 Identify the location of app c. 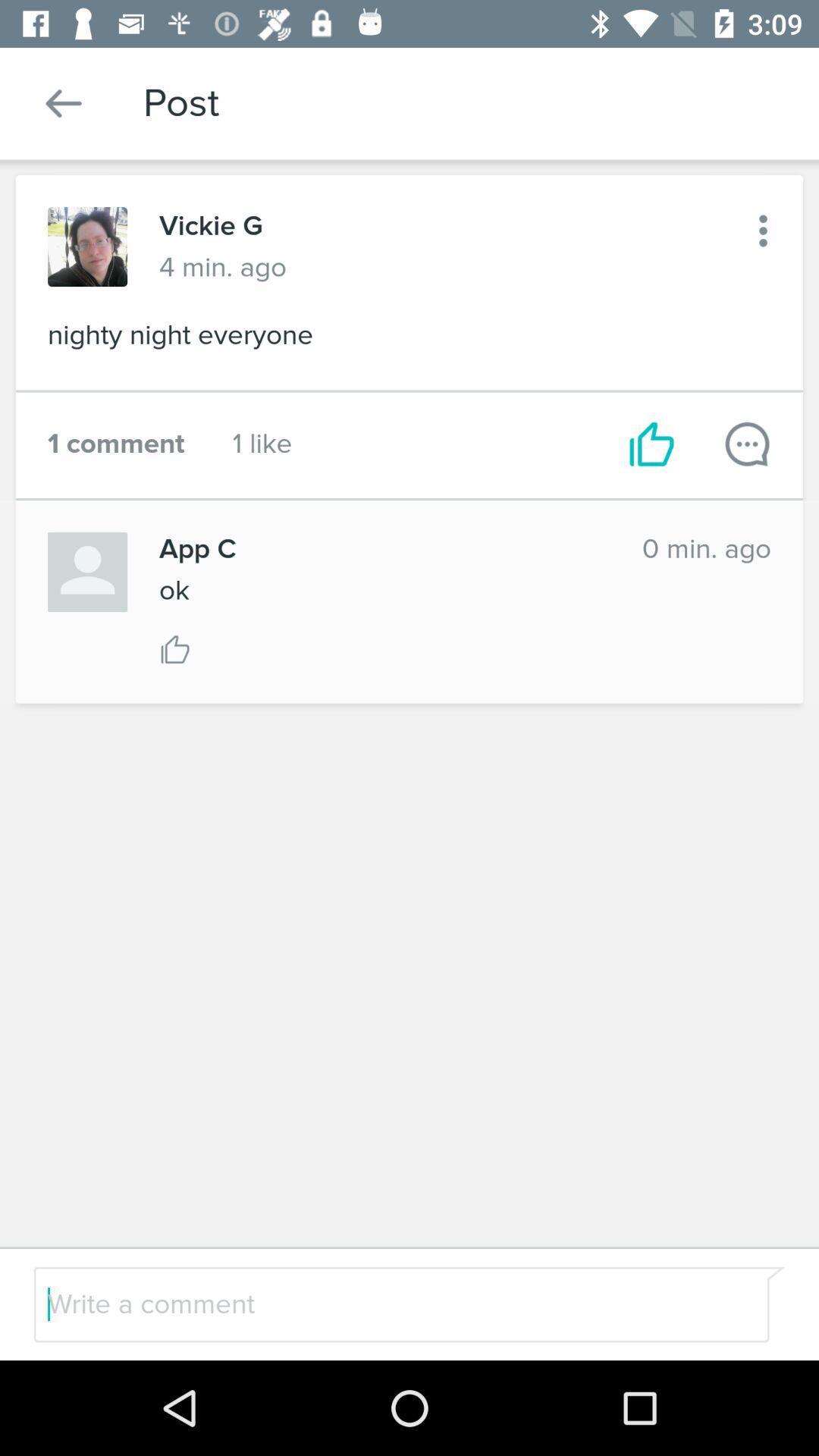
(384, 548).